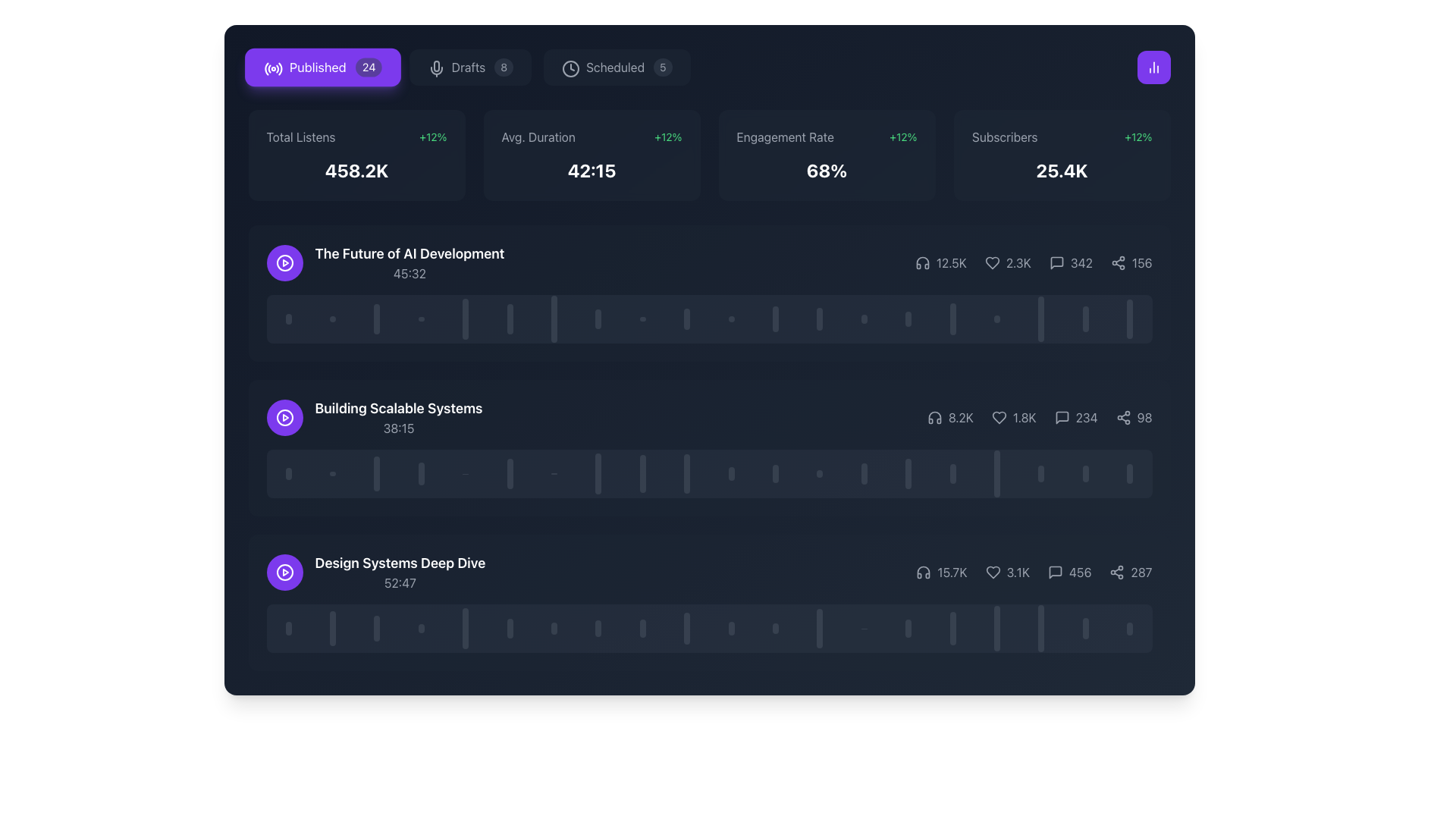 This screenshot has height=819, width=1456. Describe the element at coordinates (284, 418) in the screenshot. I see `the circular violet button with a white play icon located to the left of the text 'Building Scalable Systems' and above '38:15' to observe style changes` at that location.